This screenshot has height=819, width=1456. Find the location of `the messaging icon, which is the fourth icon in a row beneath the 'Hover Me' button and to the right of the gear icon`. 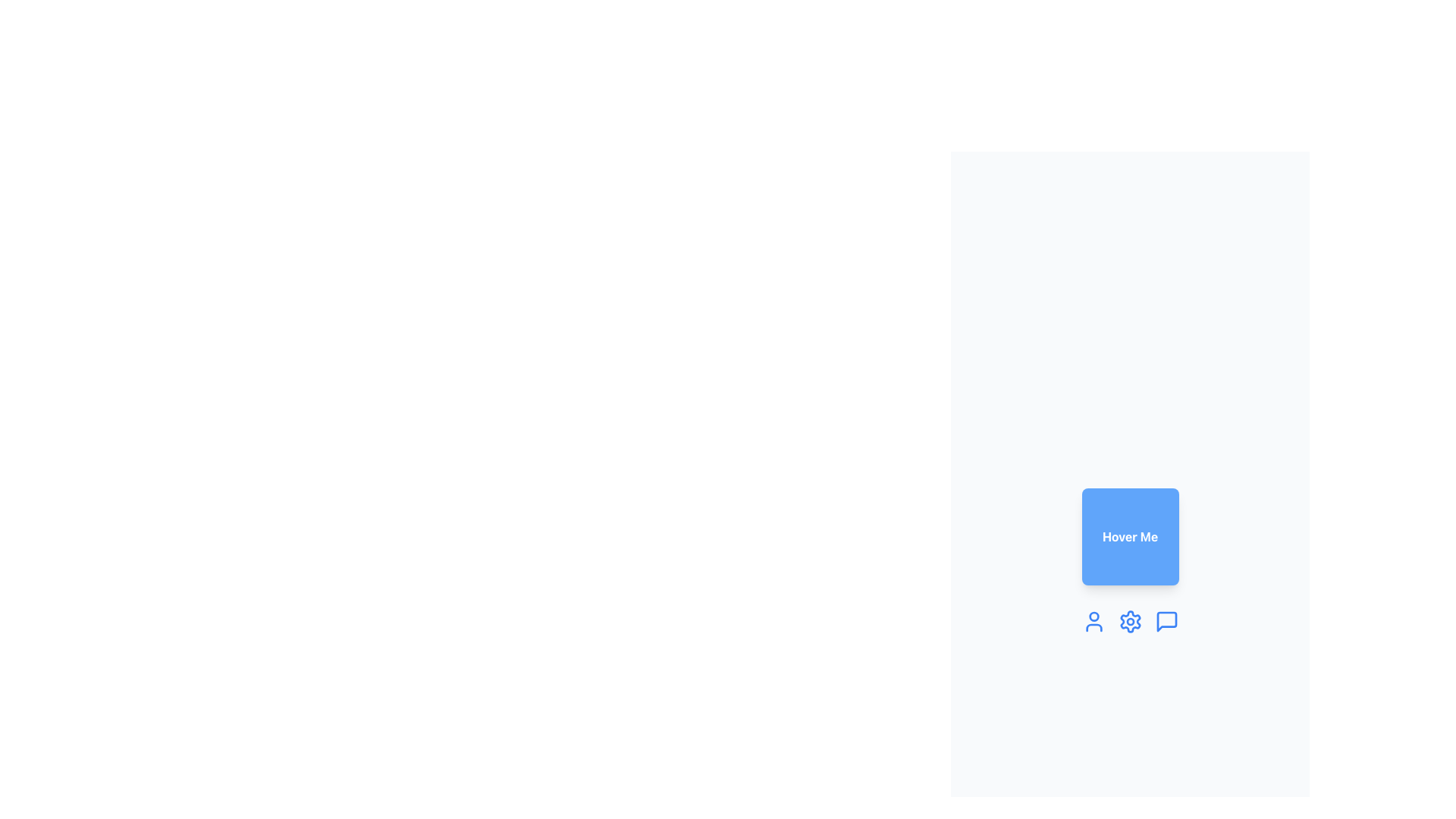

the messaging icon, which is the fourth icon in a row beneath the 'Hover Me' button and to the right of the gear icon is located at coordinates (1166, 622).